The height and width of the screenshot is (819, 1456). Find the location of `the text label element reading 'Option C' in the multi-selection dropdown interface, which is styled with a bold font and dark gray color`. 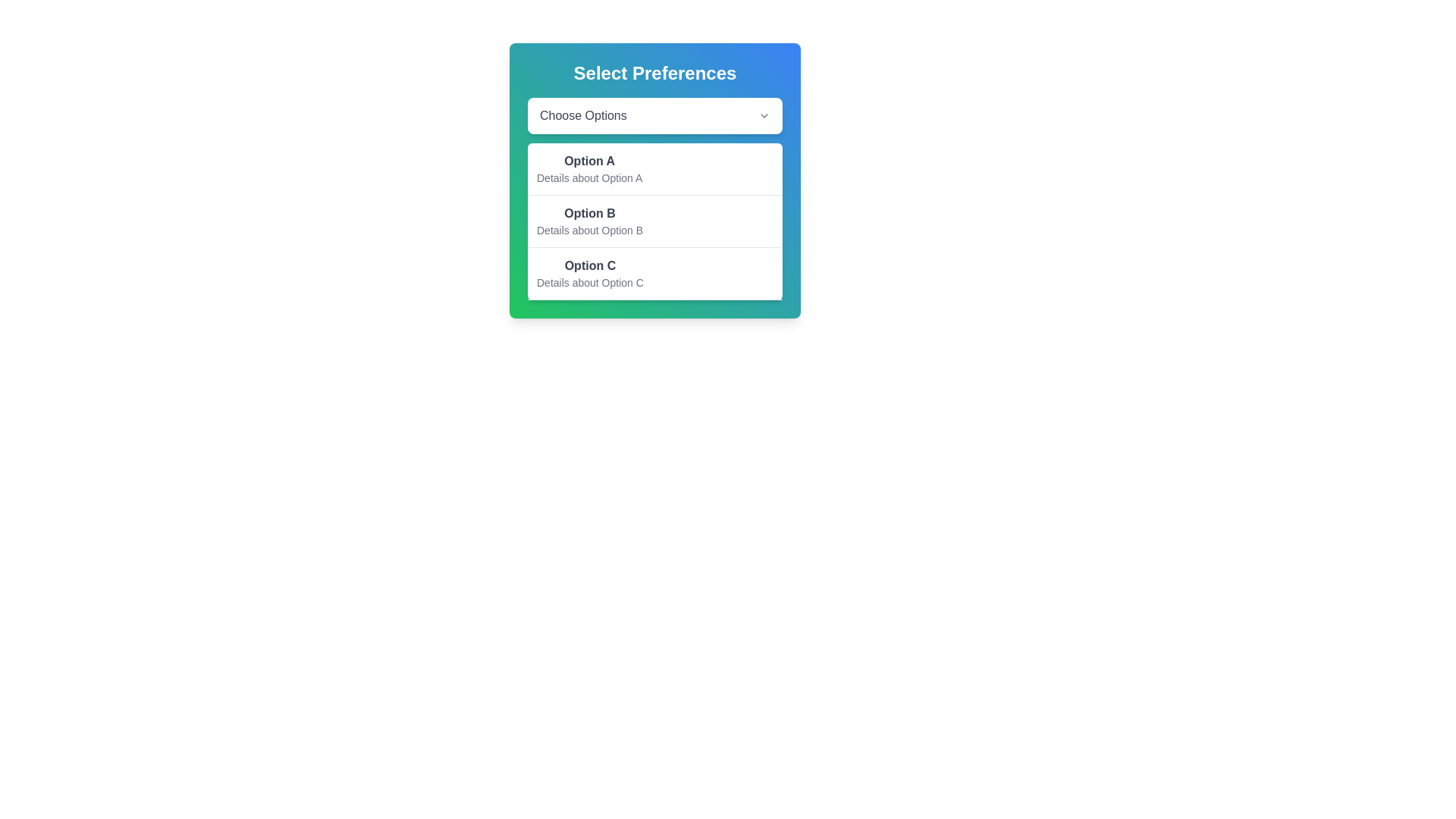

the text label element reading 'Option C' in the multi-selection dropdown interface, which is styled with a bold font and dark gray color is located at coordinates (589, 265).